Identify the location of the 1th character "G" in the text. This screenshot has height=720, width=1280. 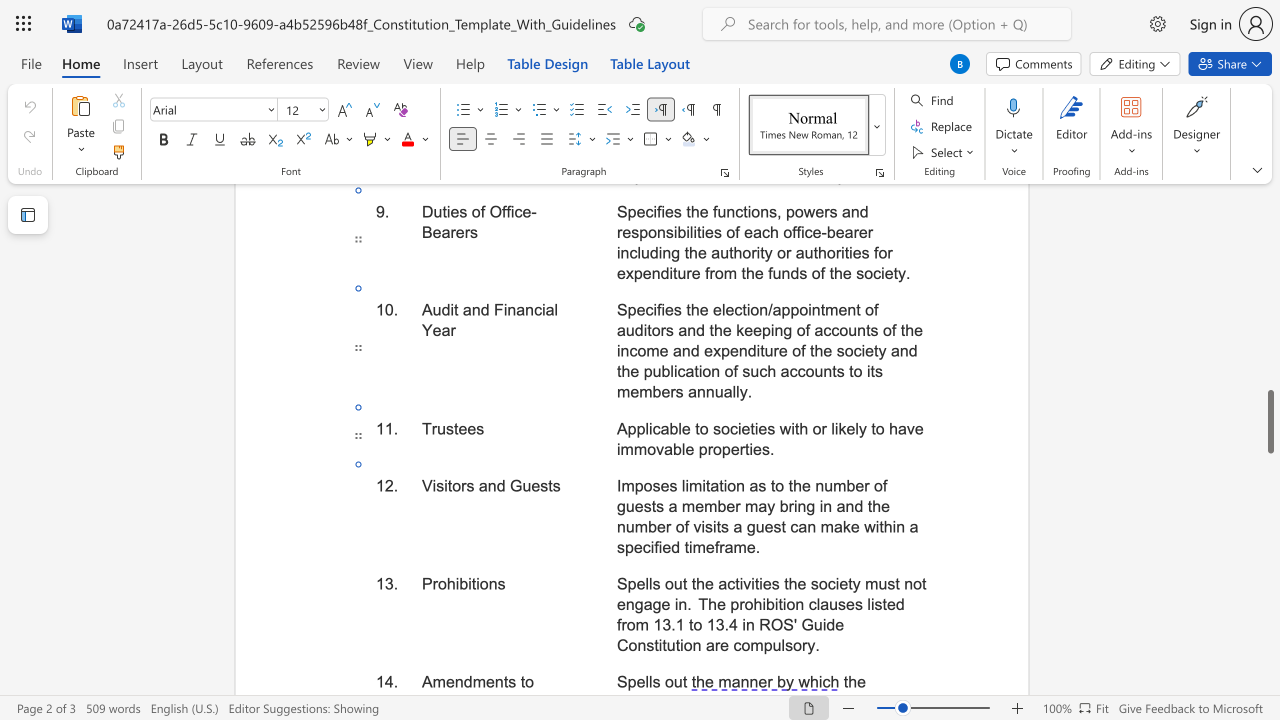
(516, 486).